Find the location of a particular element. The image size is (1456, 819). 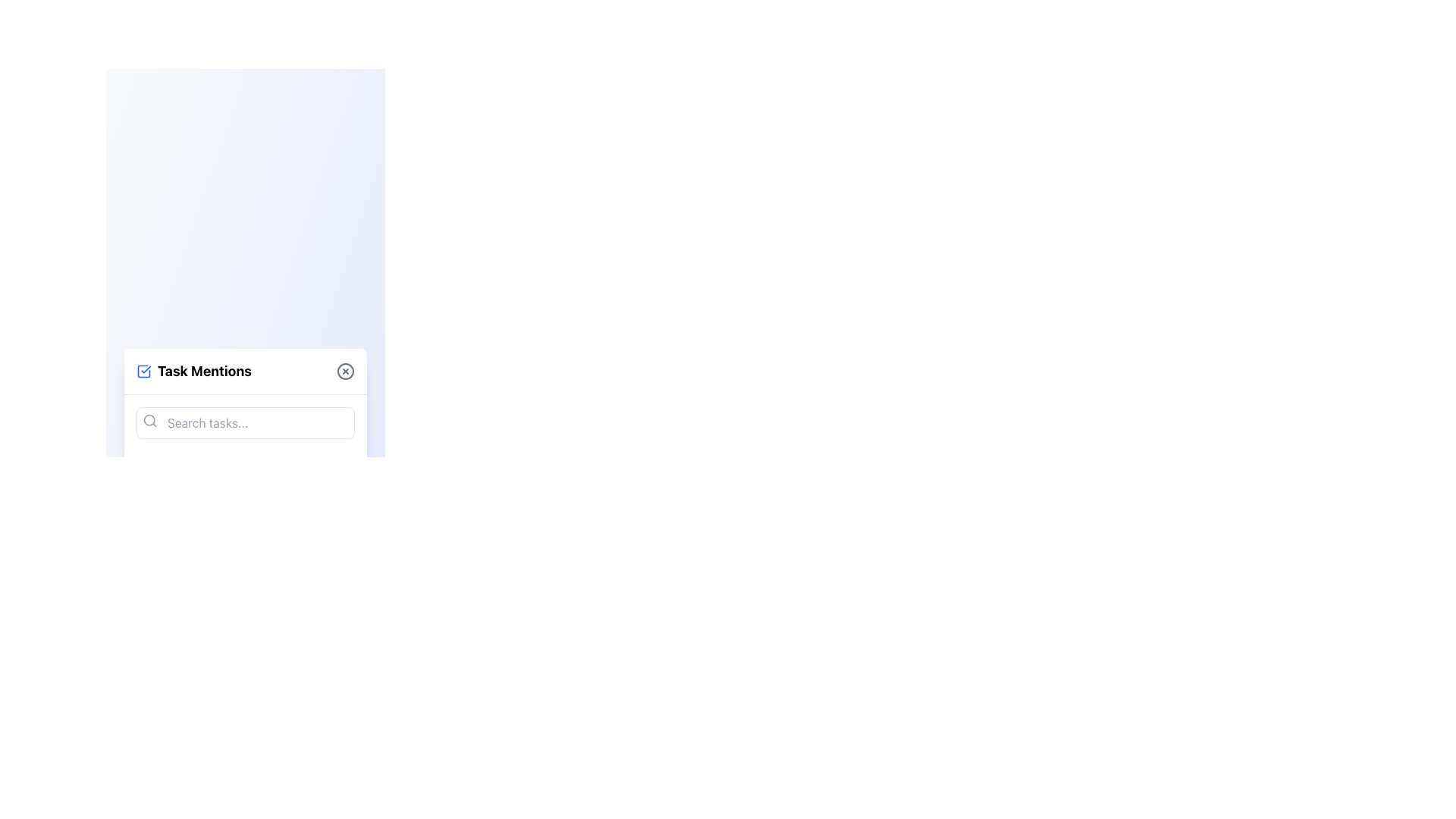

the Text Label that serves as a heading or label for the associated section, located to the right of a blue check icon and above a search bar is located at coordinates (203, 371).